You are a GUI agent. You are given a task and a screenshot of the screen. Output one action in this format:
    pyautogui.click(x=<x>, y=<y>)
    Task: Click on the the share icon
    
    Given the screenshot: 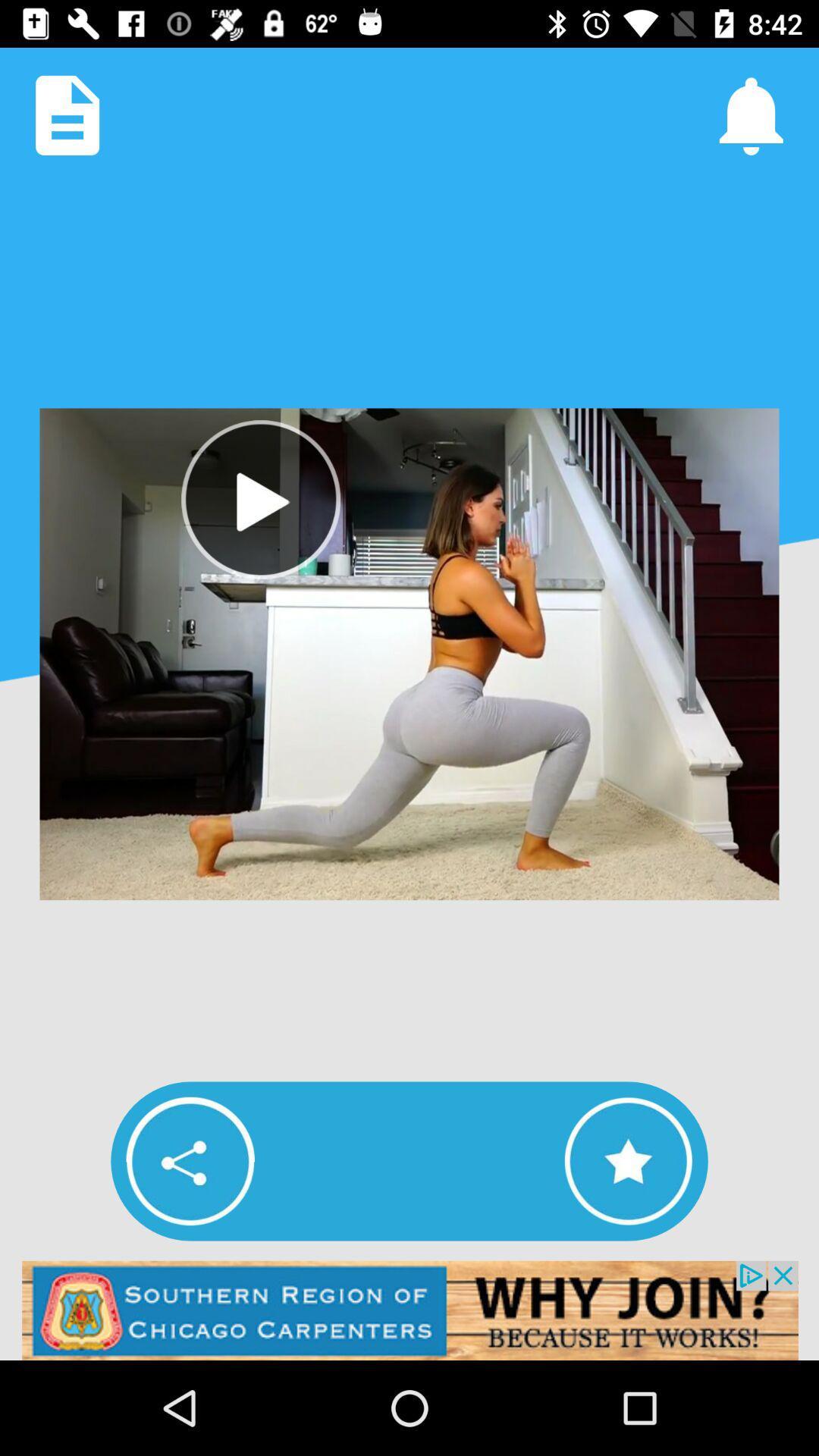 What is the action you would take?
    pyautogui.click(x=190, y=1160)
    